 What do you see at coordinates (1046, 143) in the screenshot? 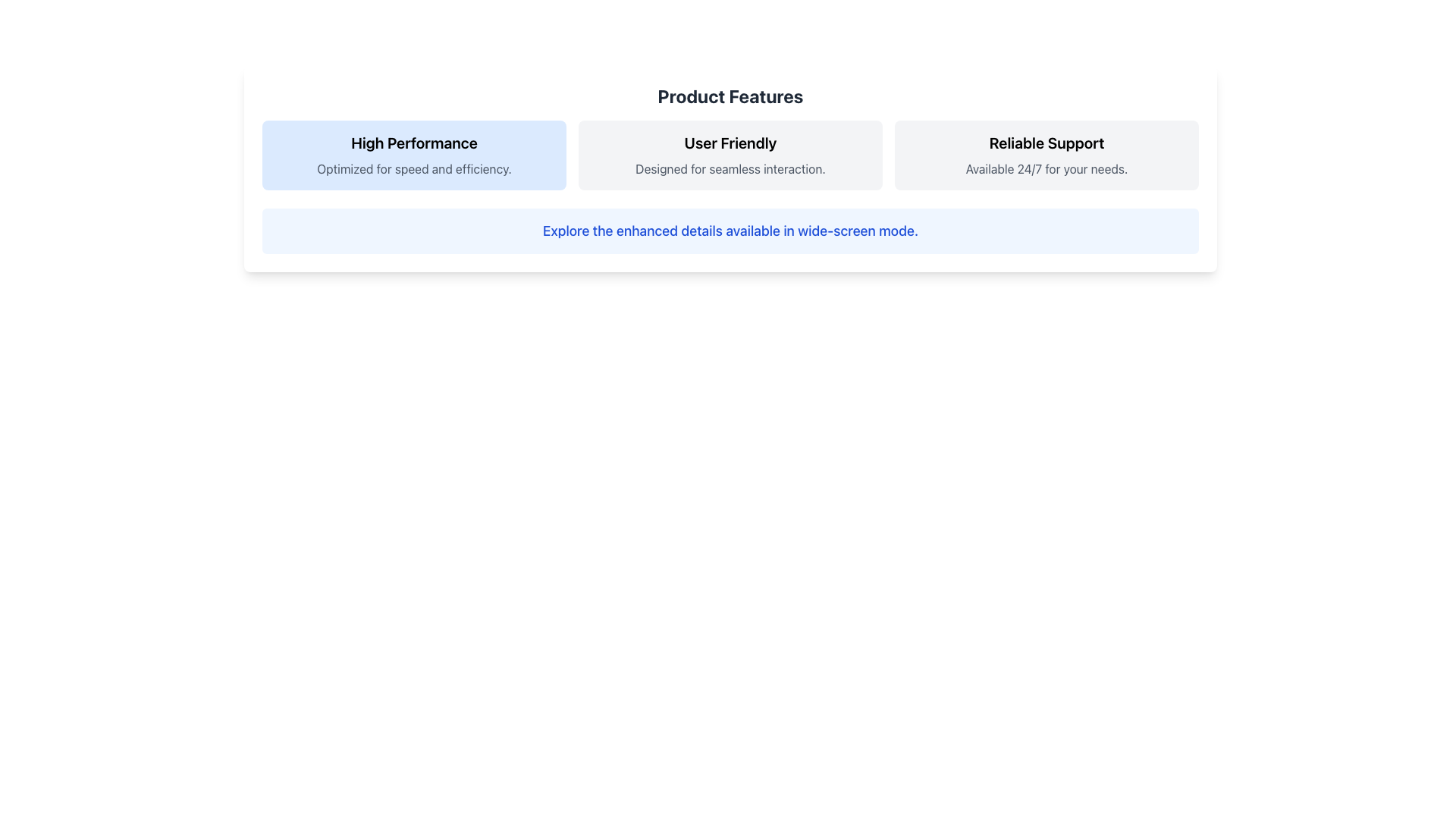
I see `text label displaying 'Reliable Support' which is a bold, large-sized font title in the third column of the feature list` at bounding box center [1046, 143].